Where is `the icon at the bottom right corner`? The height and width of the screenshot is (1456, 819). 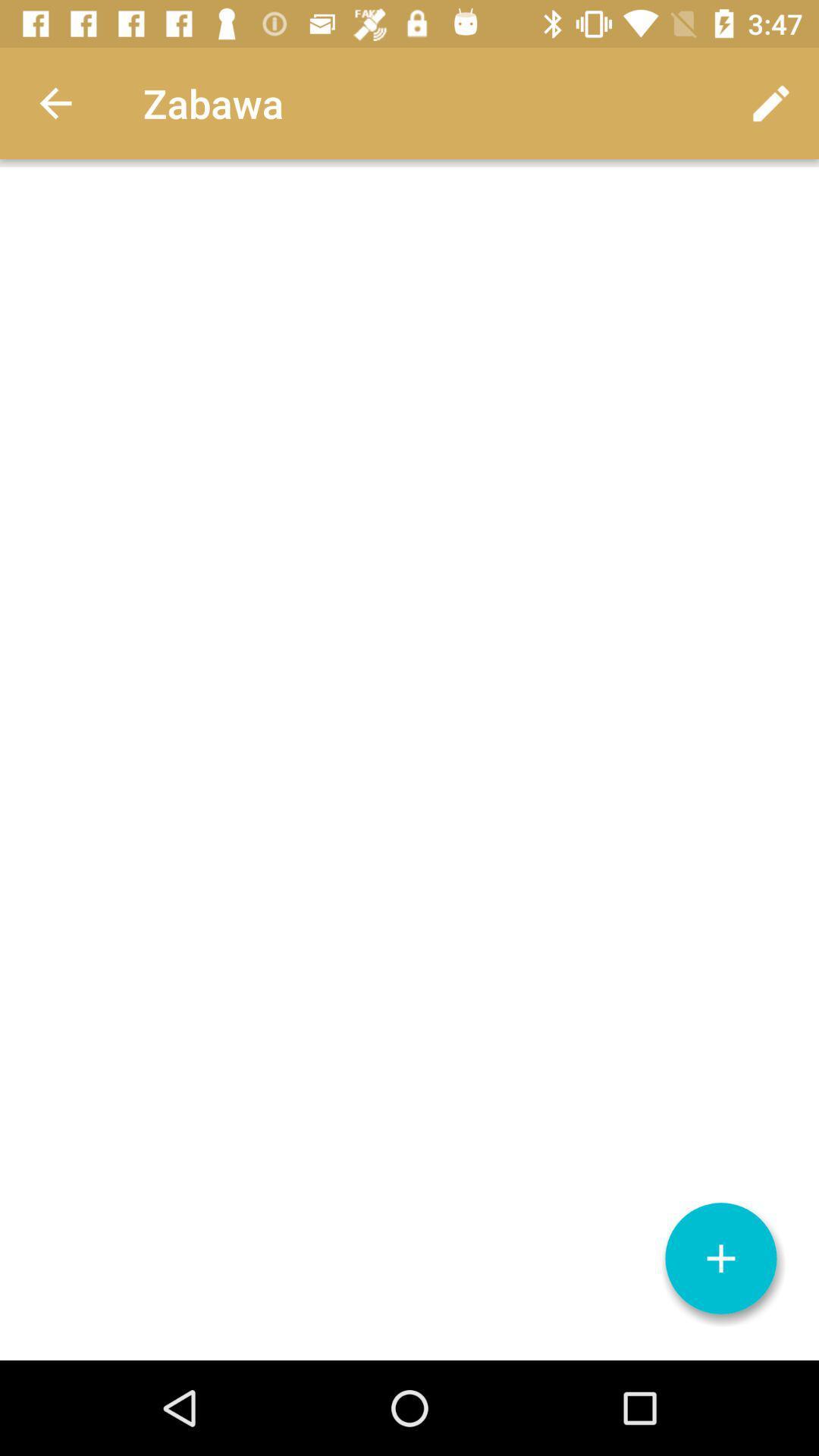 the icon at the bottom right corner is located at coordinates (720, 1258).